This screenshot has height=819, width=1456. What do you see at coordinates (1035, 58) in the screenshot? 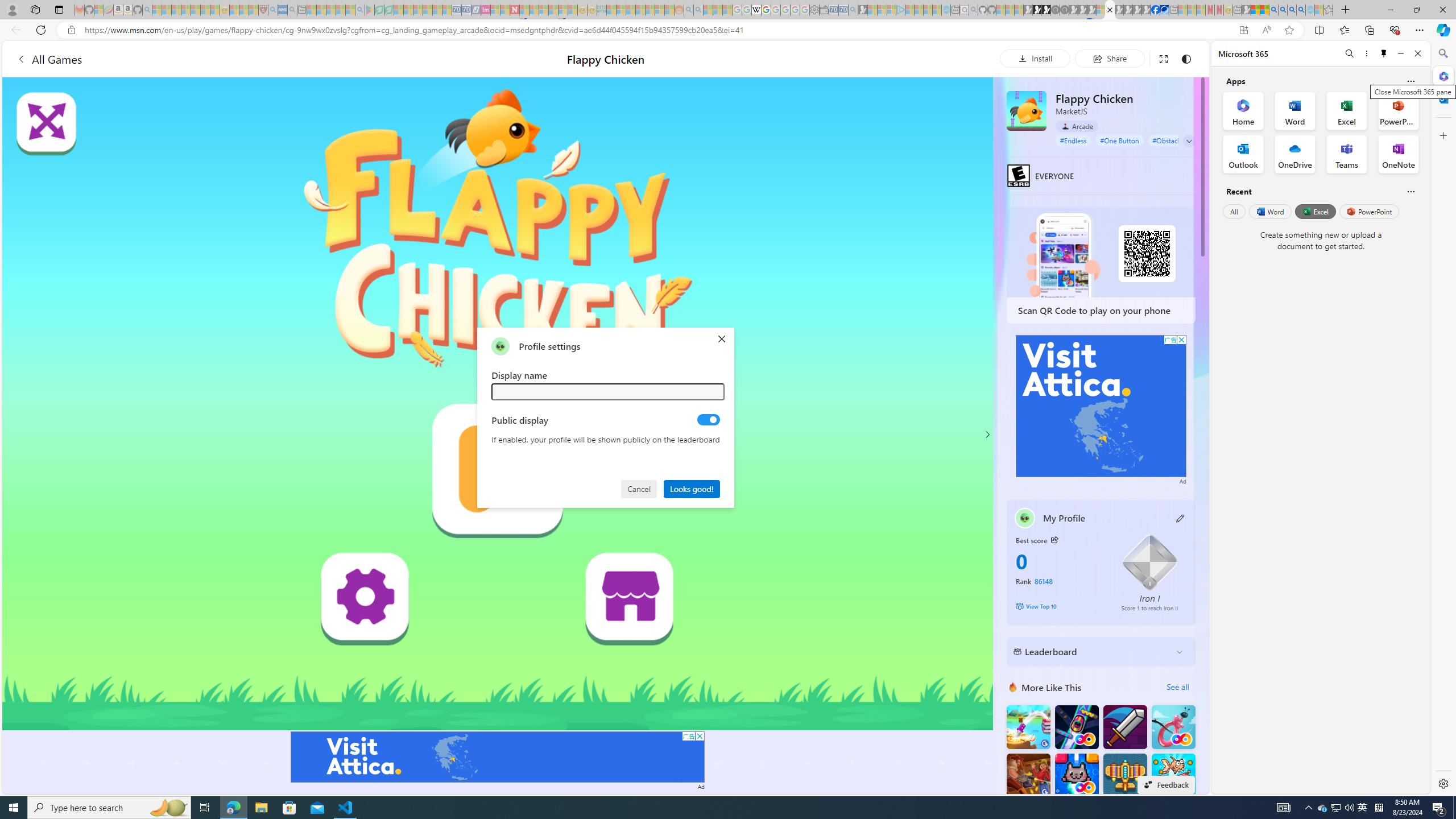
I see `'Install'` at bounding box center [1035, 58].